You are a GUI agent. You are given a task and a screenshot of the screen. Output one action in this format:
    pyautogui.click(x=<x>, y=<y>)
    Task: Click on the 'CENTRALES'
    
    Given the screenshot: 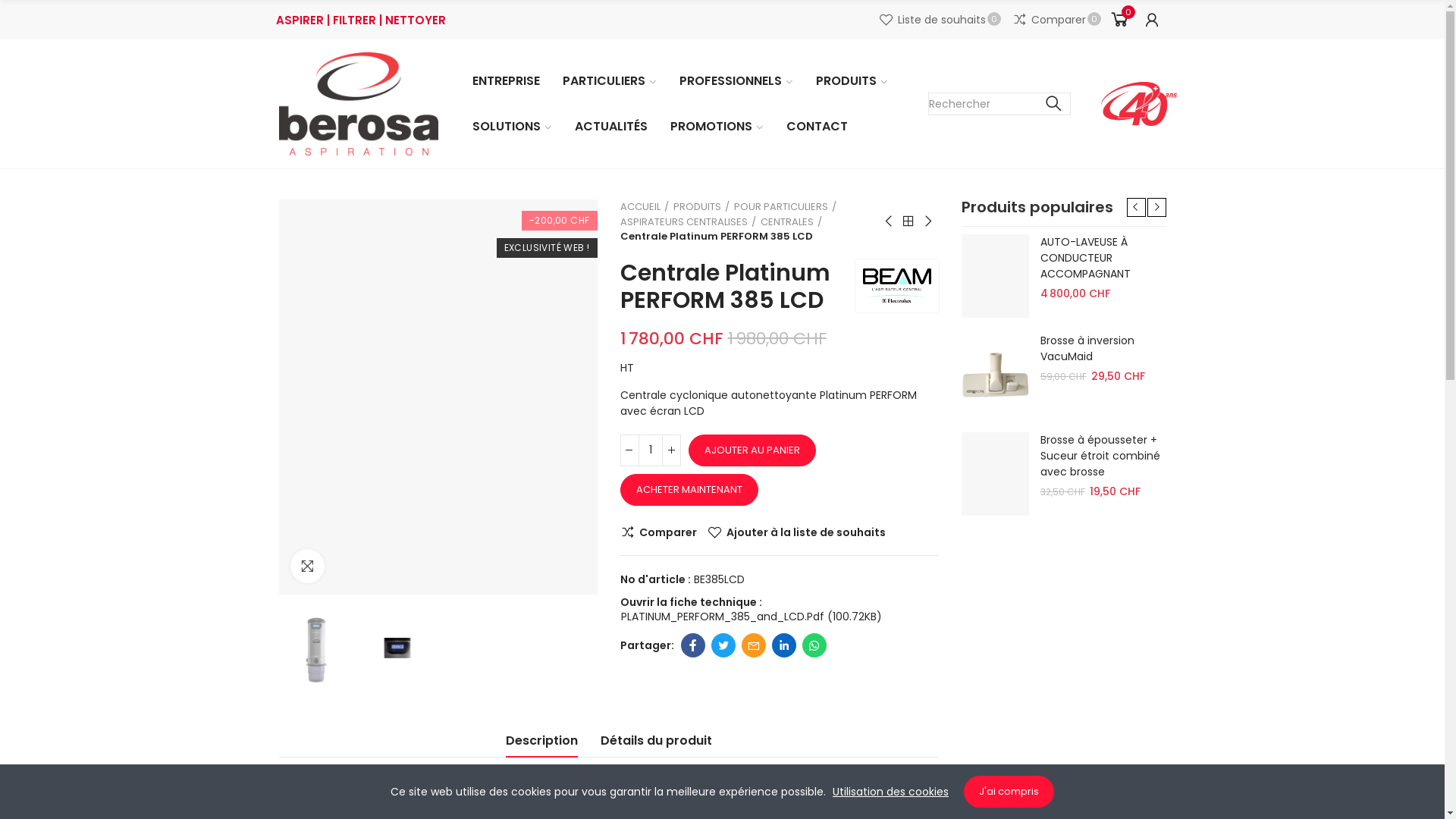 What is the action you would take?
    pyautogui.click(x=760, y=221)
    